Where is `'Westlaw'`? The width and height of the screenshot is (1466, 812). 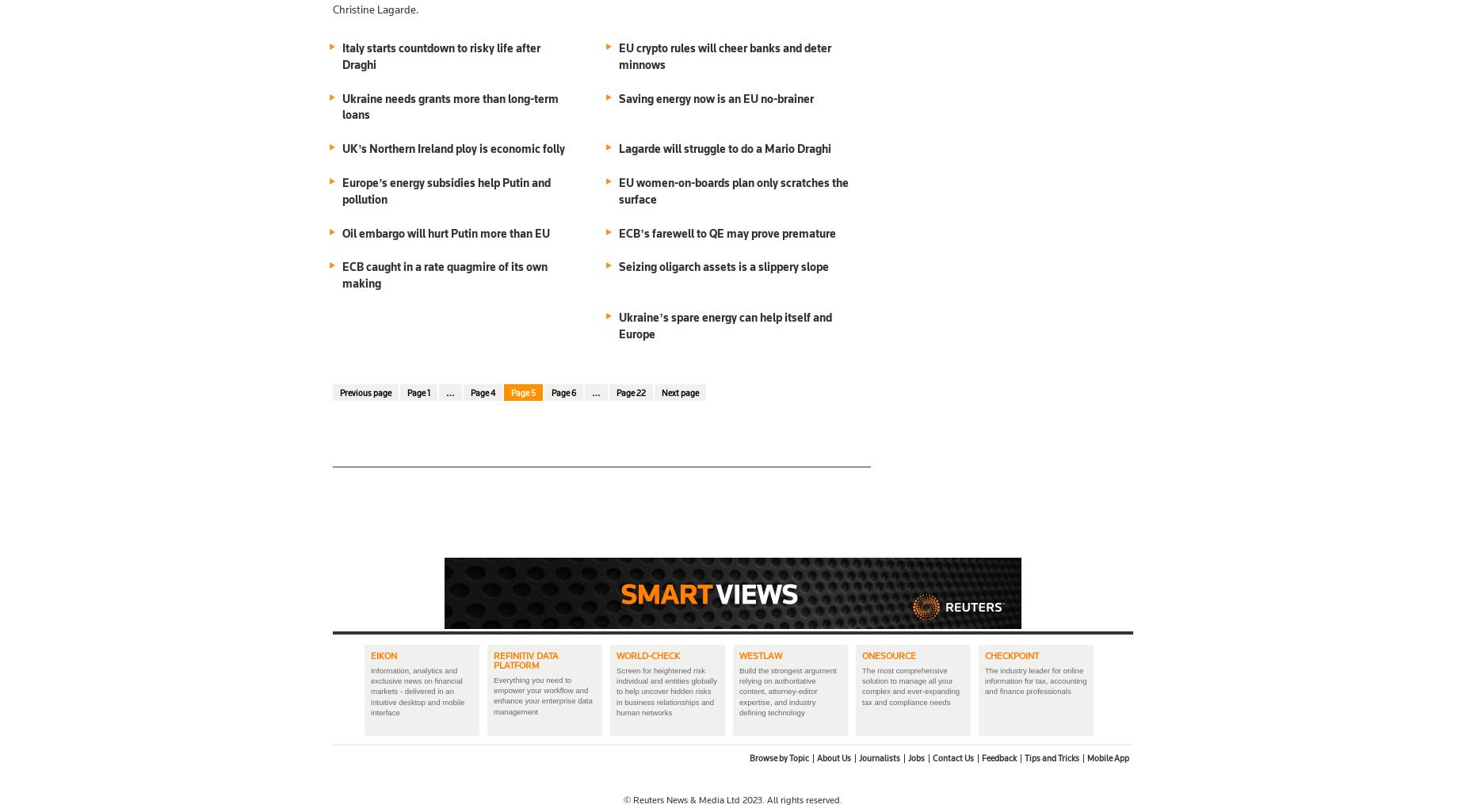 'Westlaw' is located at coordinates (759, 654).